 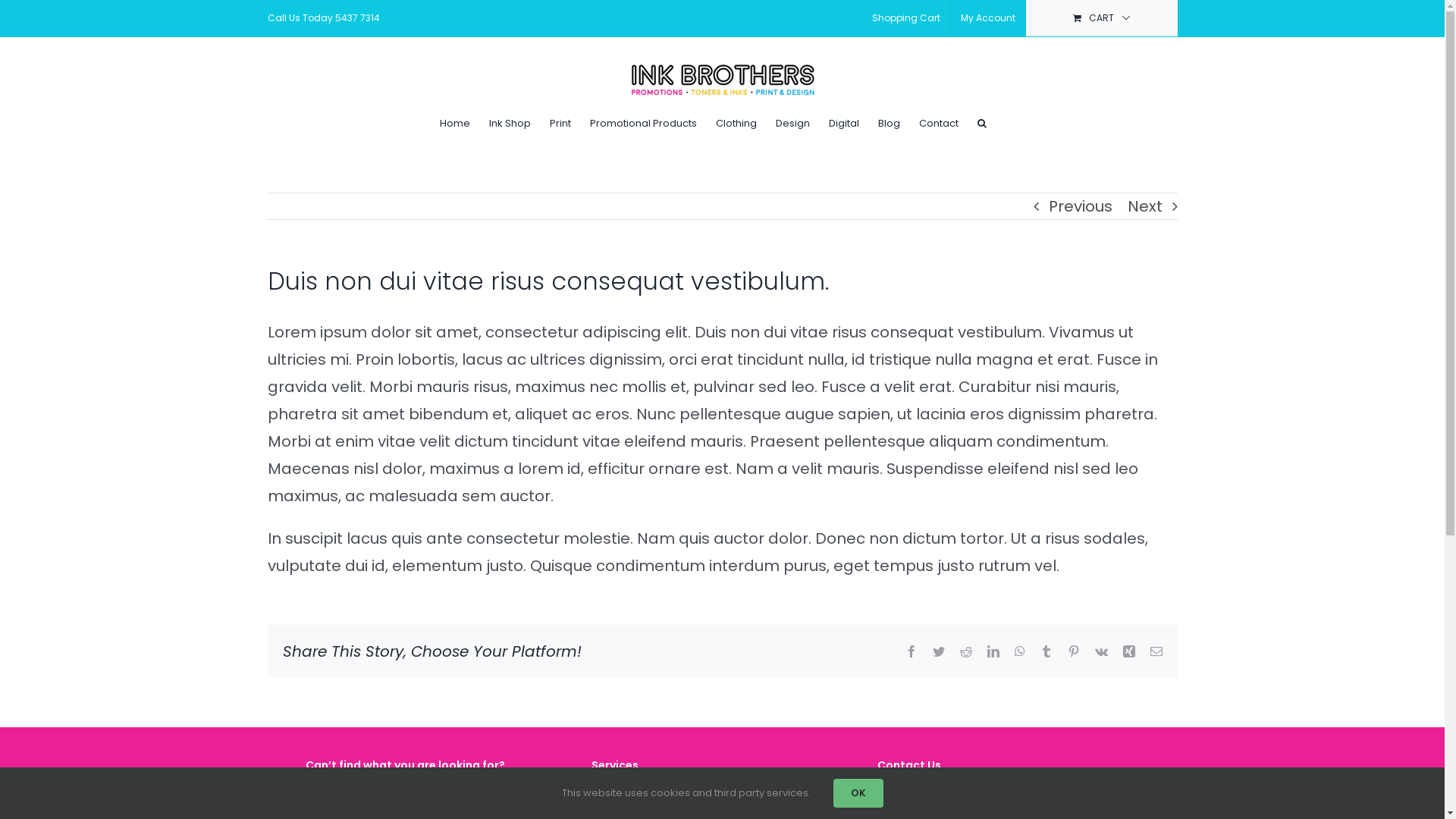 What do you see at coordinates (843, 122) in the screenshot?
I see `'Digital'` at bounding box center [843, 122].